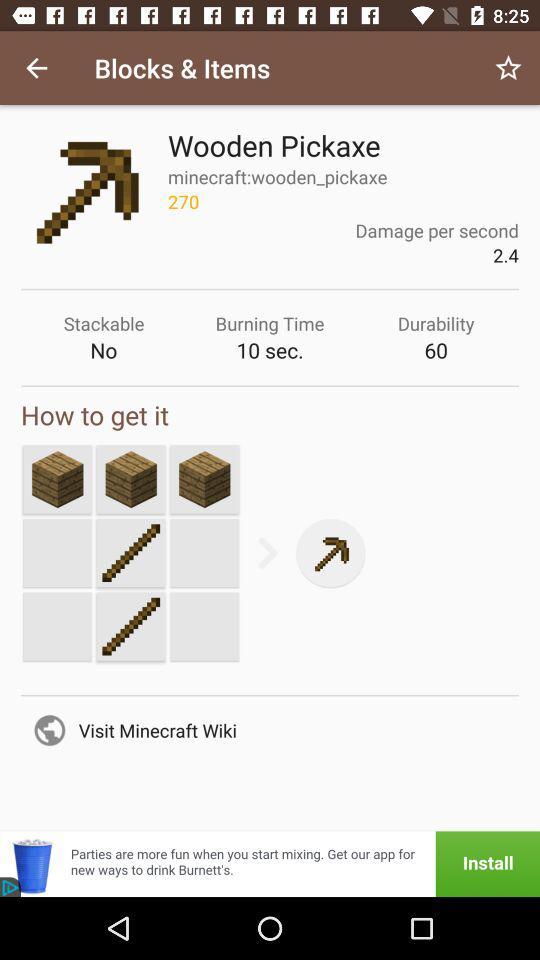  Describe the element at coordinates (57, 479) in the screenshot. I see `click on box` at that location.